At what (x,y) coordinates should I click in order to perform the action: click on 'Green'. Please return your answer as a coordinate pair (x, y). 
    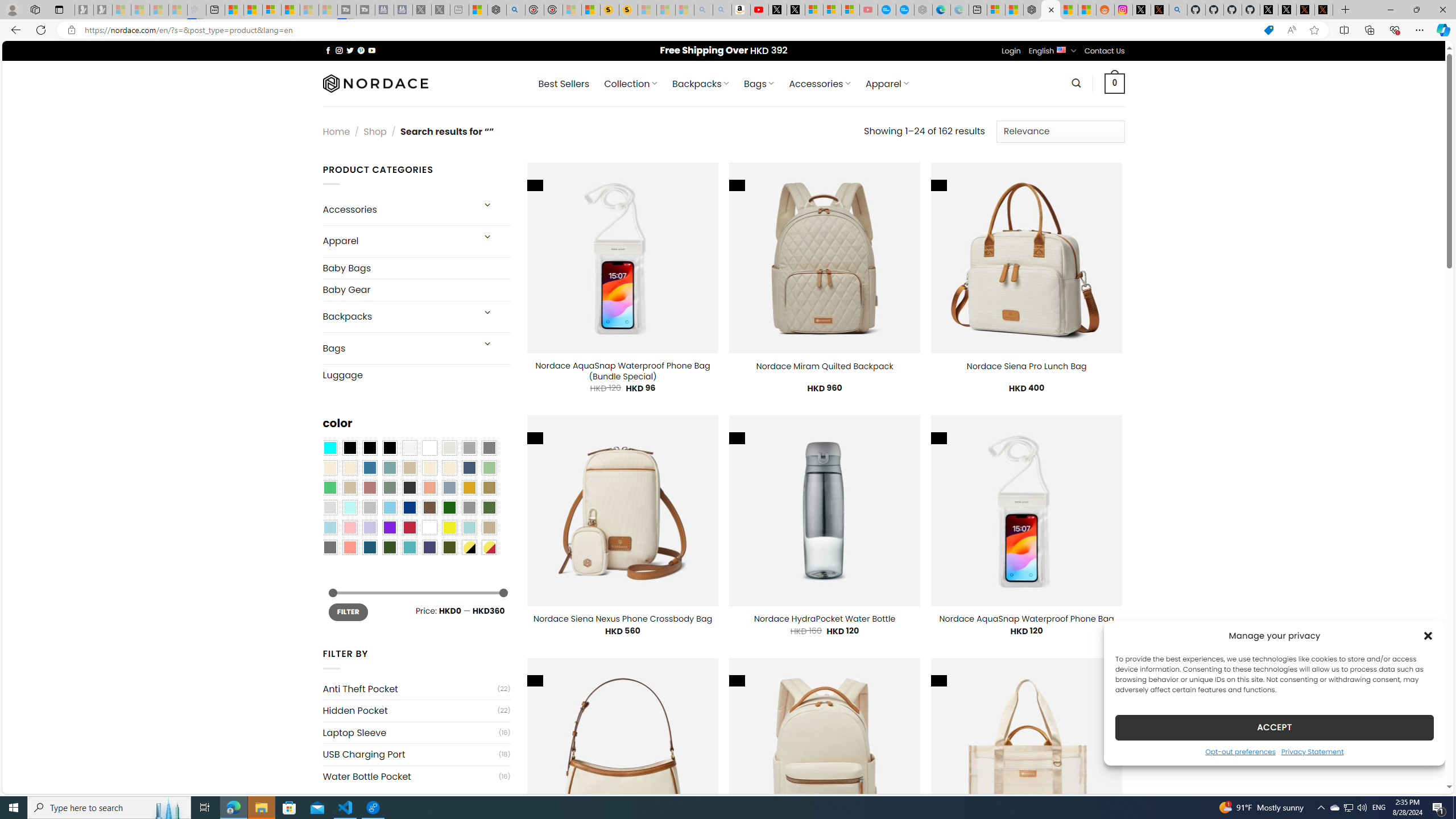
    Looking at the image, I should click on (489, 507).